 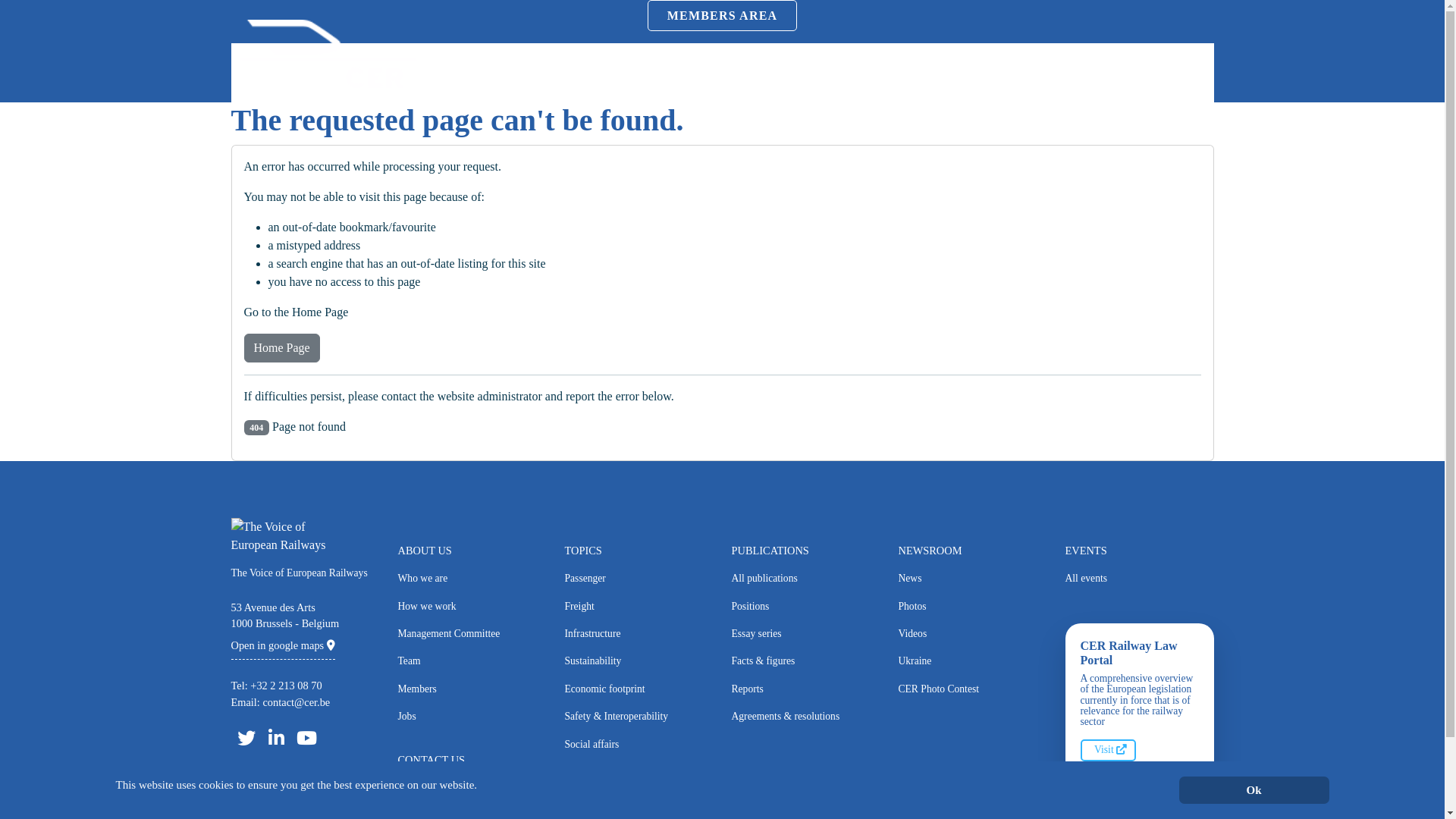 I want to click on 'Photos', so click(x=898, y=605).